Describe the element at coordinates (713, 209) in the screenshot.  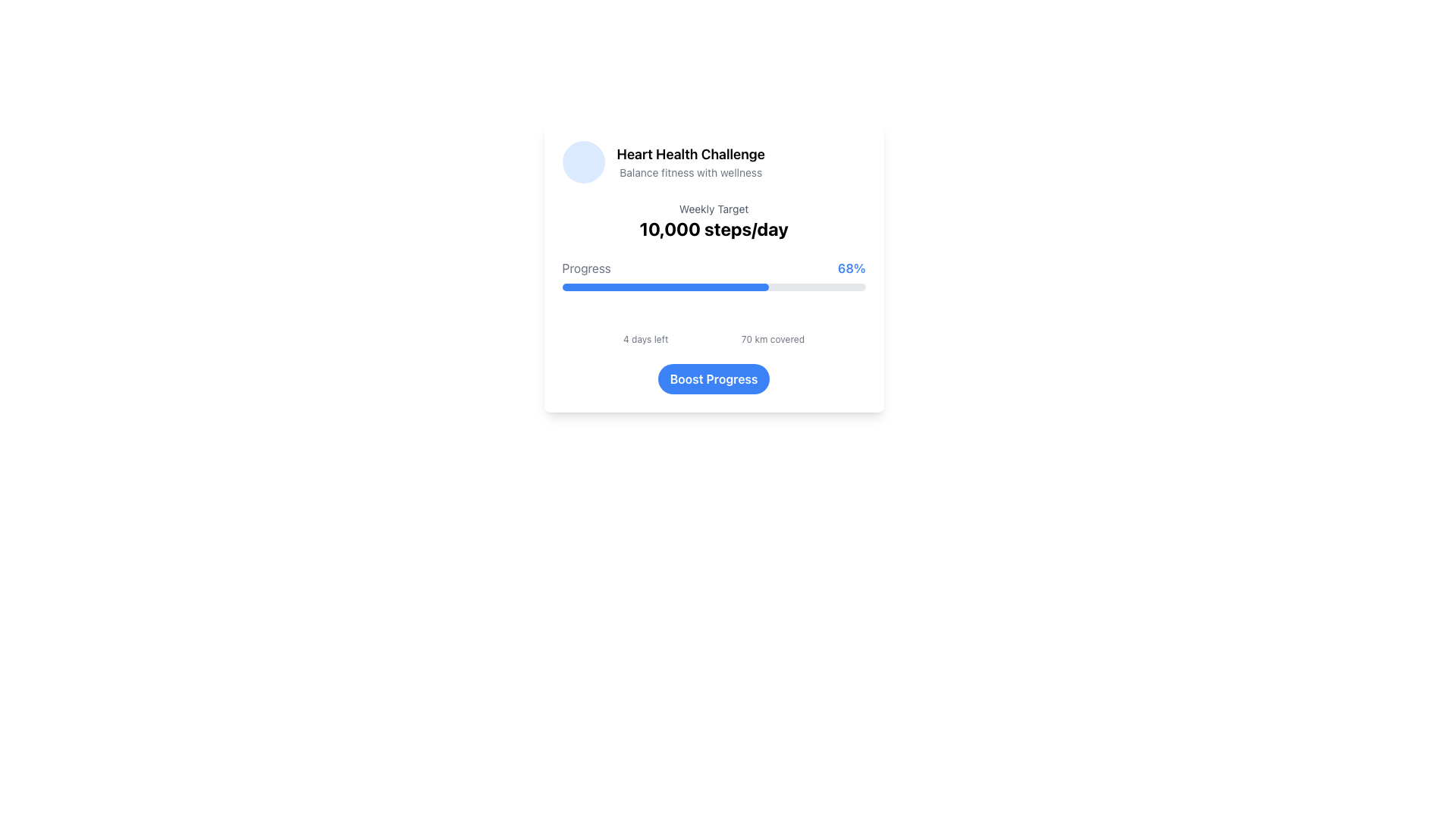
I see `the 'Weekly Target' text label, which is styled in gray and positioned above the '10,000 steps/day' label` at that location.